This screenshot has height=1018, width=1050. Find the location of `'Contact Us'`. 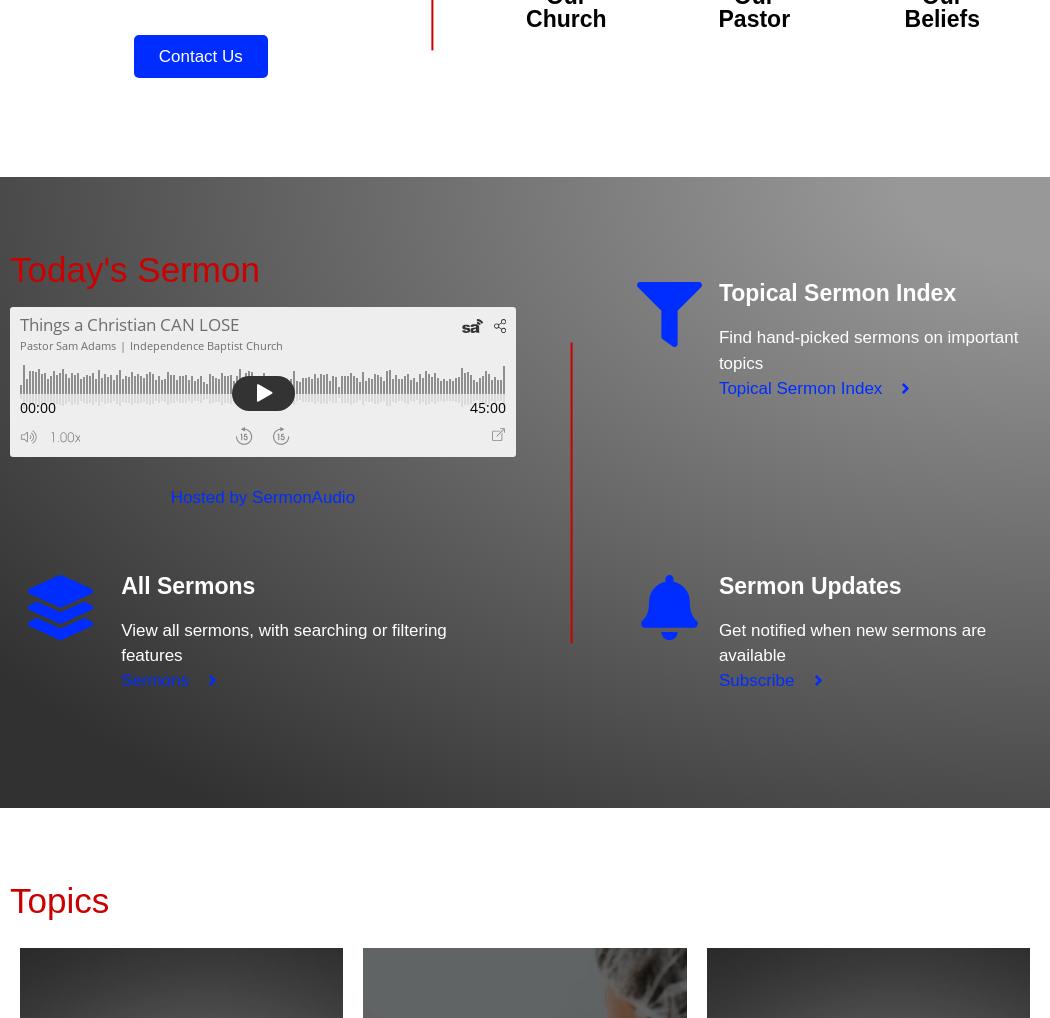

'Contact Us' is located at coordinates (199, 56).